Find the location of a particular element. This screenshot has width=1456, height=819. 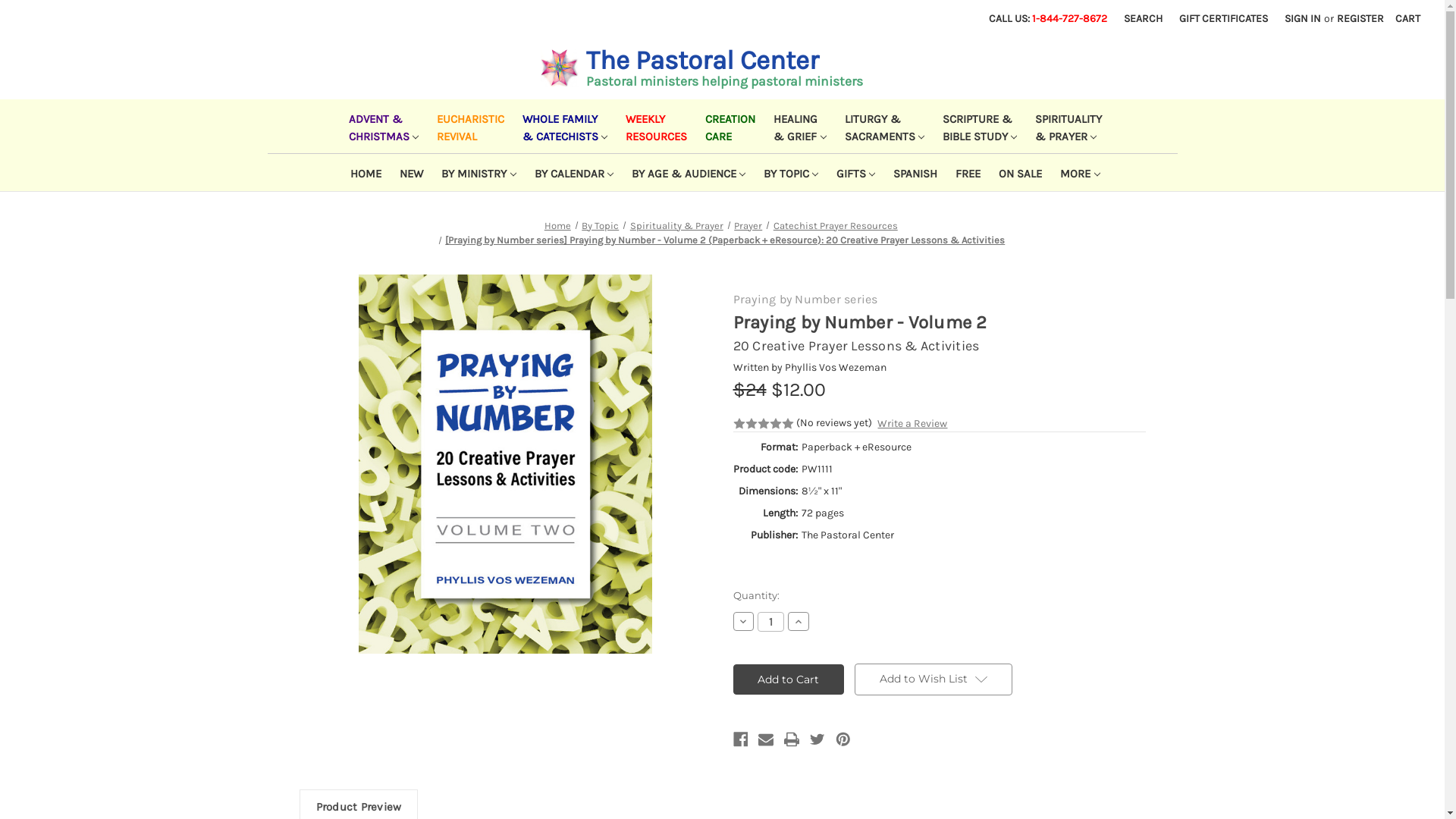

'Decrease Quantity:' is located at coordinates (732, 620).